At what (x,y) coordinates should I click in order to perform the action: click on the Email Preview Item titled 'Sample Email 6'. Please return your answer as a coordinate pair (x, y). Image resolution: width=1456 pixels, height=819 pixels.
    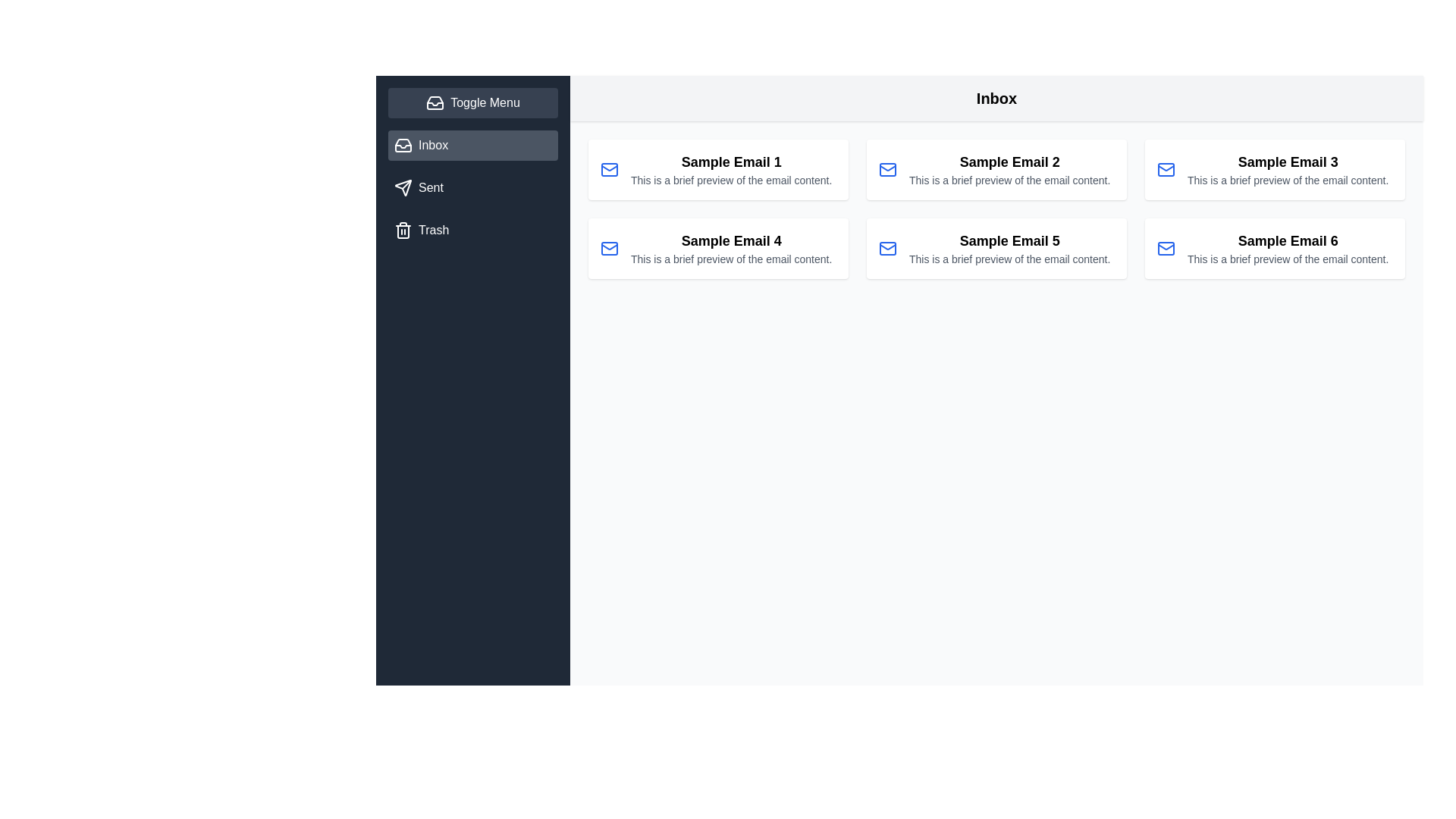
    Looking at the image, I should click on (1287, 247).